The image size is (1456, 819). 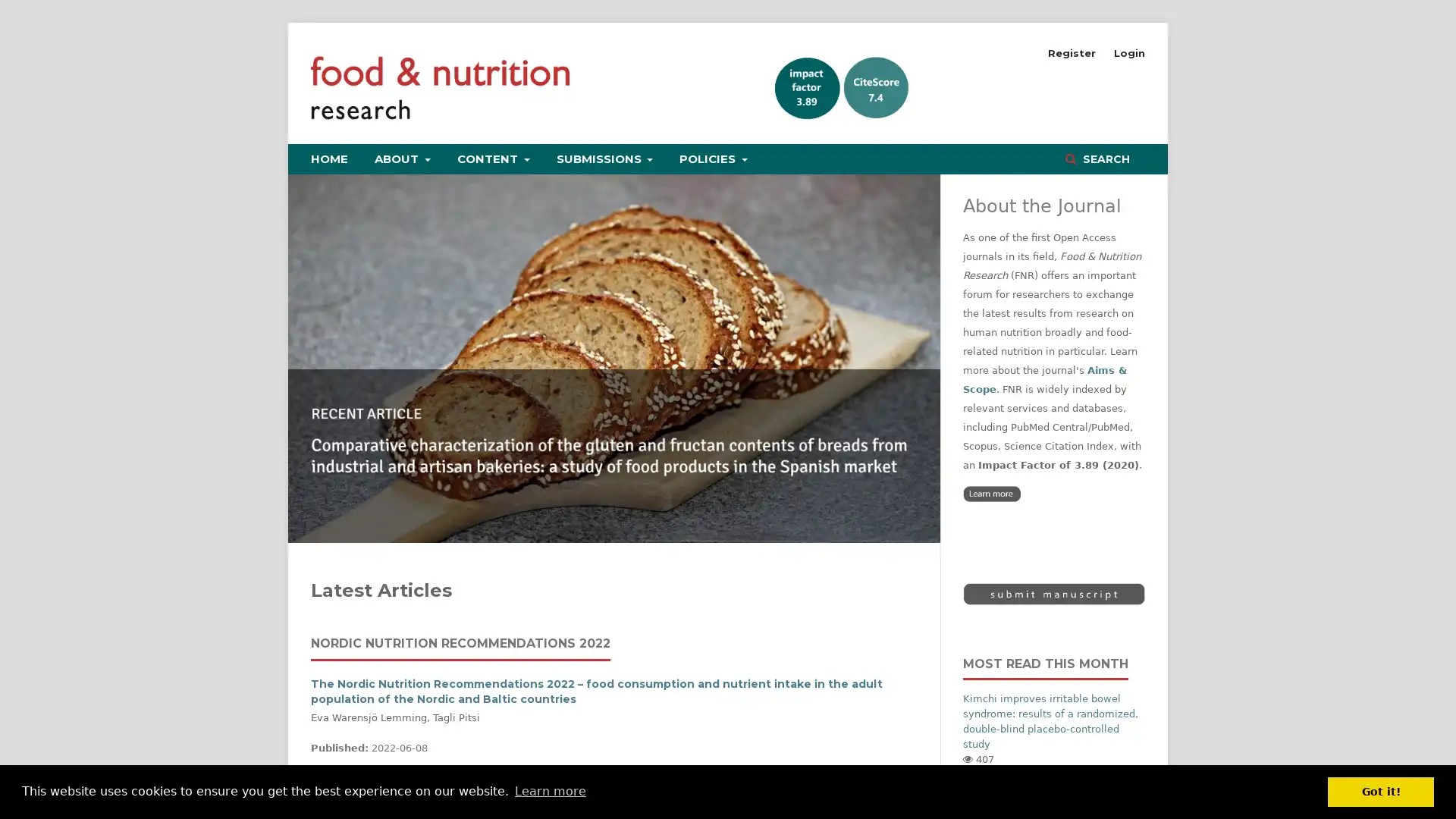 What do you see at coordinates (1380, 791) in the screenshot?
I see `dismiss cookie message` at bounding box center [1380, 791].